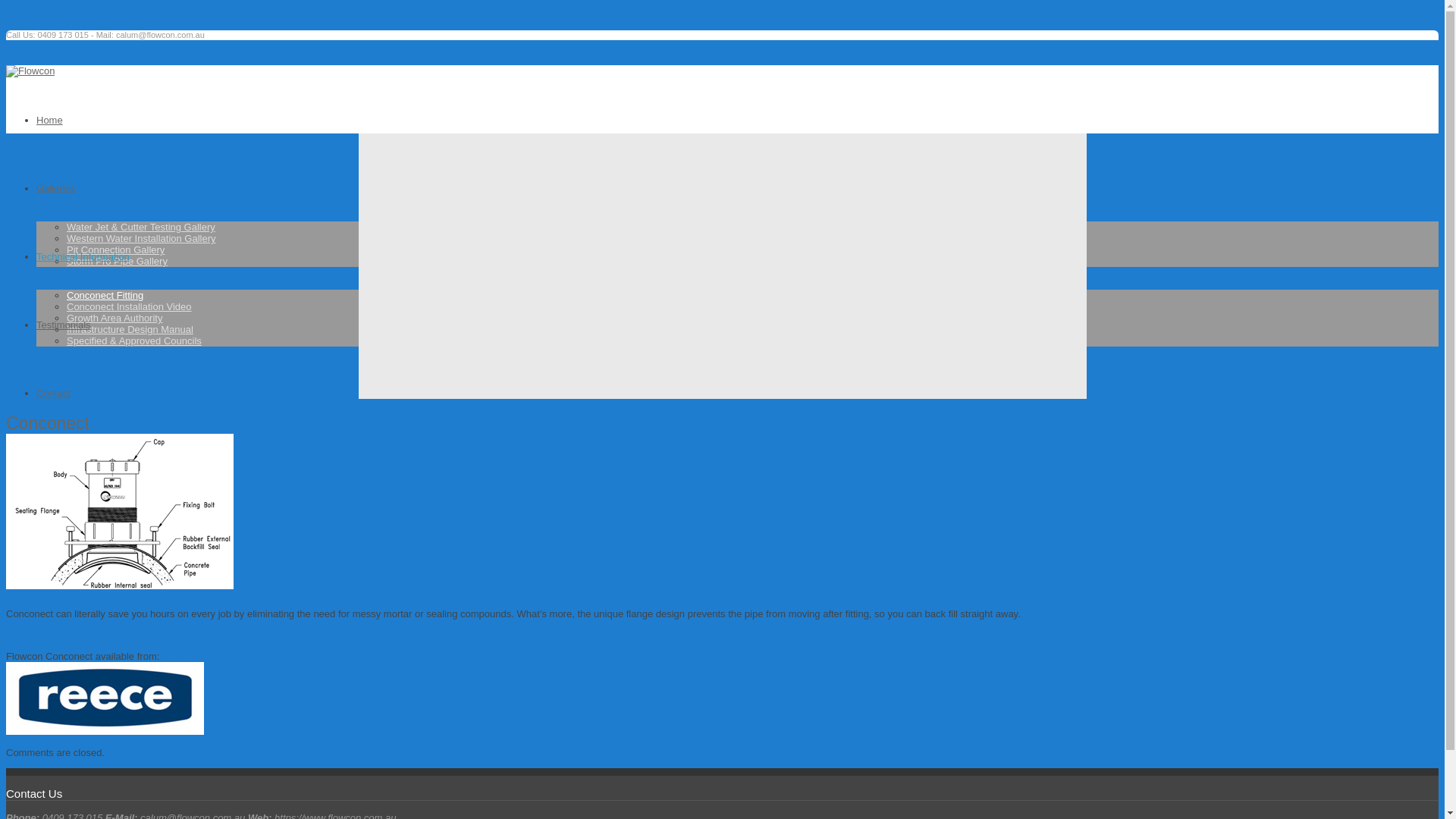  What do you see at coordinates (129, 306) in the screenshot?
I see `'Conconect Installation Video'` at bounding box center [129, 306].